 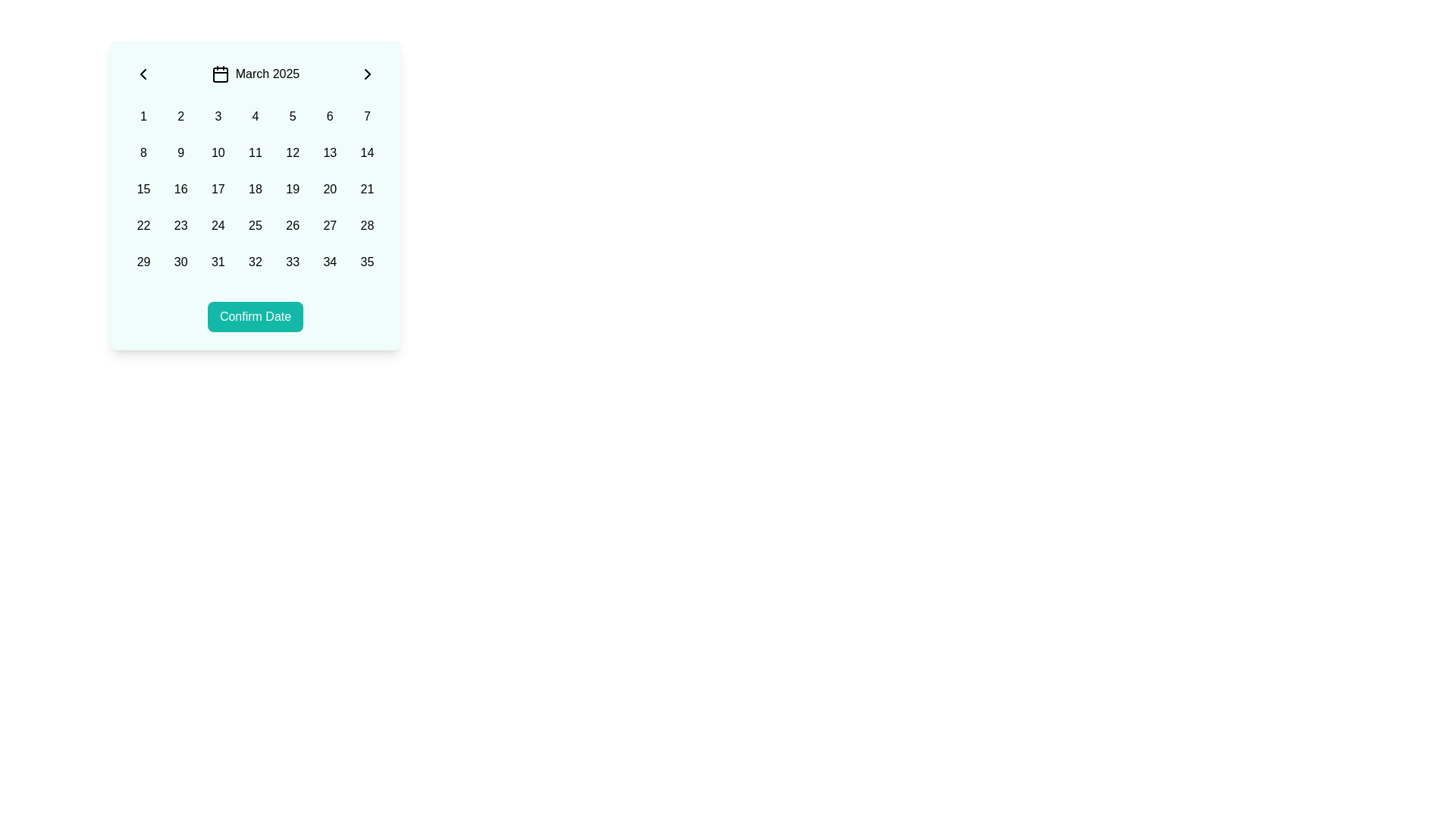 What do you see at coordinates (293, 262) in the screenshot?
I see `the selectable number button in the date picker grid located in the last row, fifth column` at bounding box center [293, 262].